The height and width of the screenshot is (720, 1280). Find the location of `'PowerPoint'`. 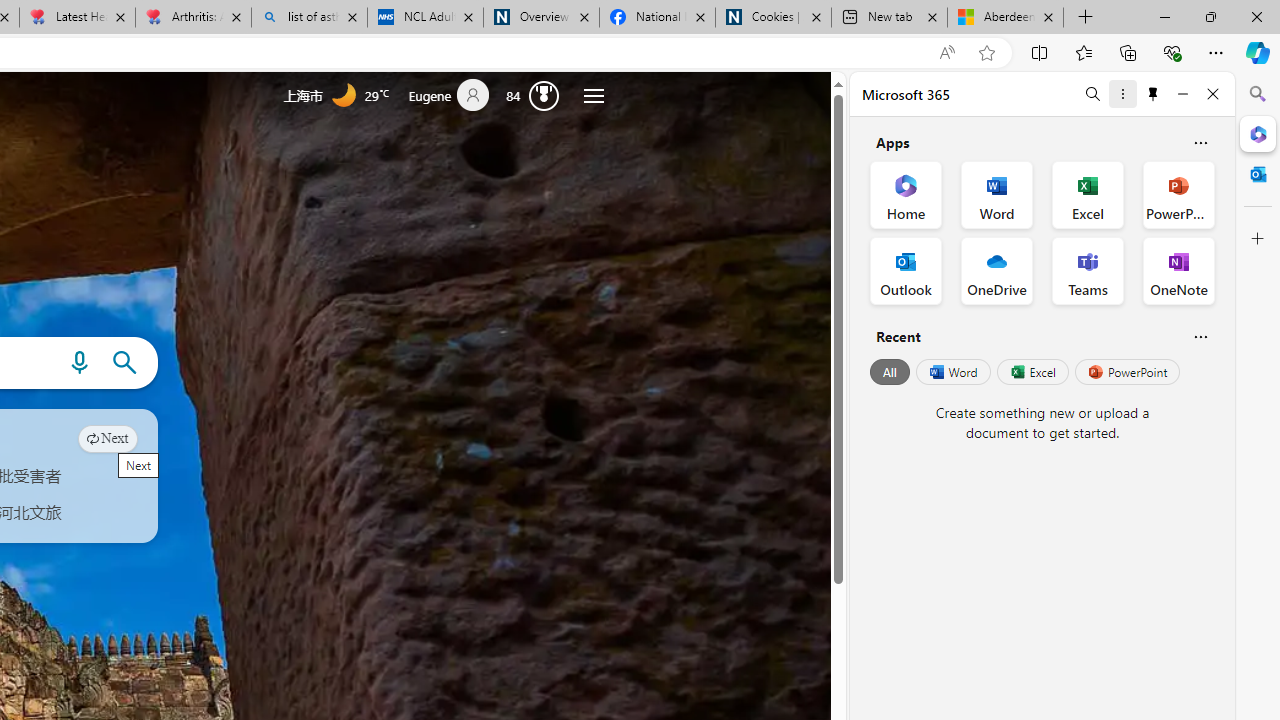

'PowerPoint' is located at coordinates (1127, 372).